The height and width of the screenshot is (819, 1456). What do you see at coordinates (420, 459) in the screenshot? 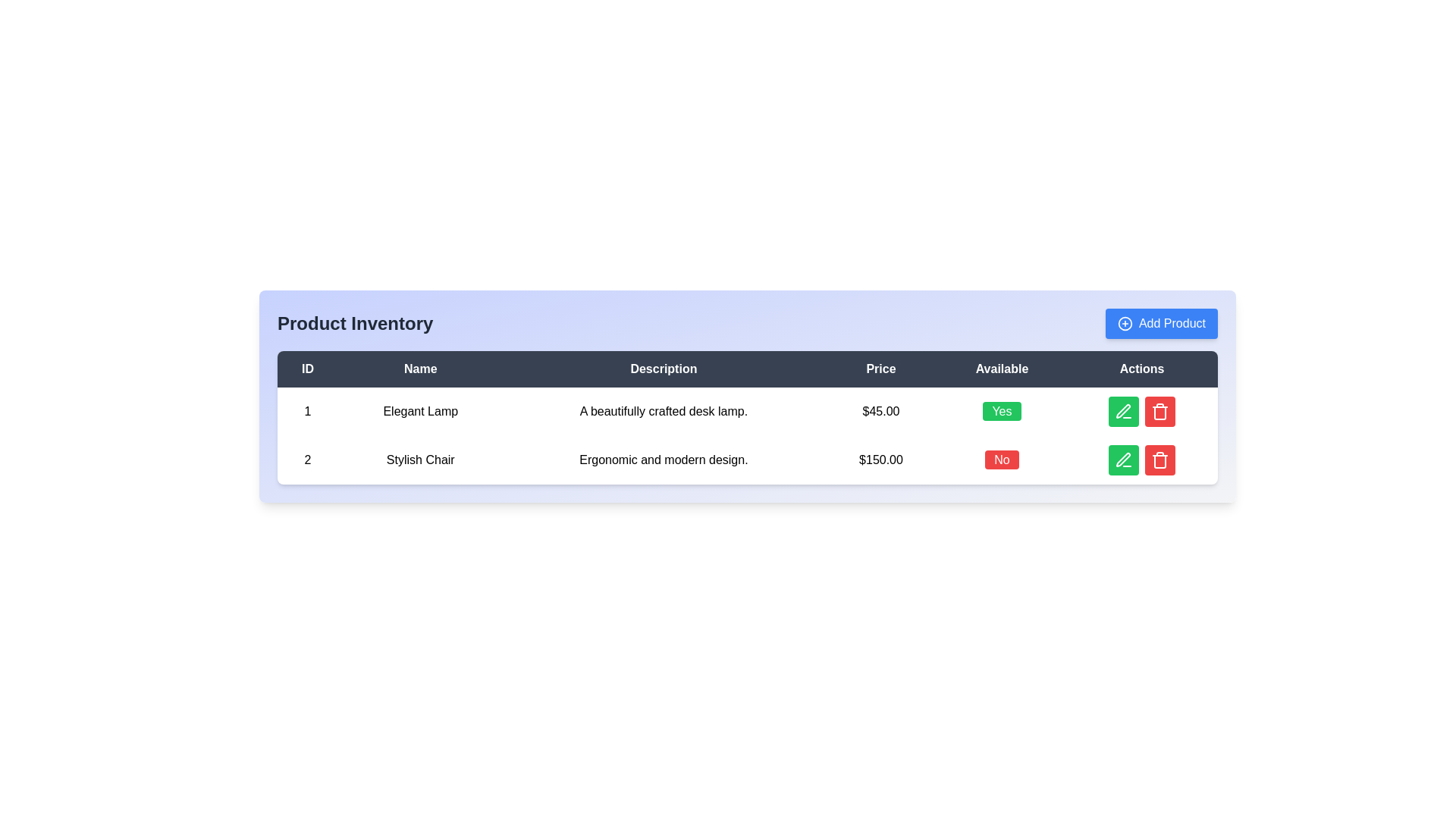
I see `the text element displaying 'Stylish Chair' in a black font, located in the second row of the table under the 'Name' column` at bounding box center [420, 459].